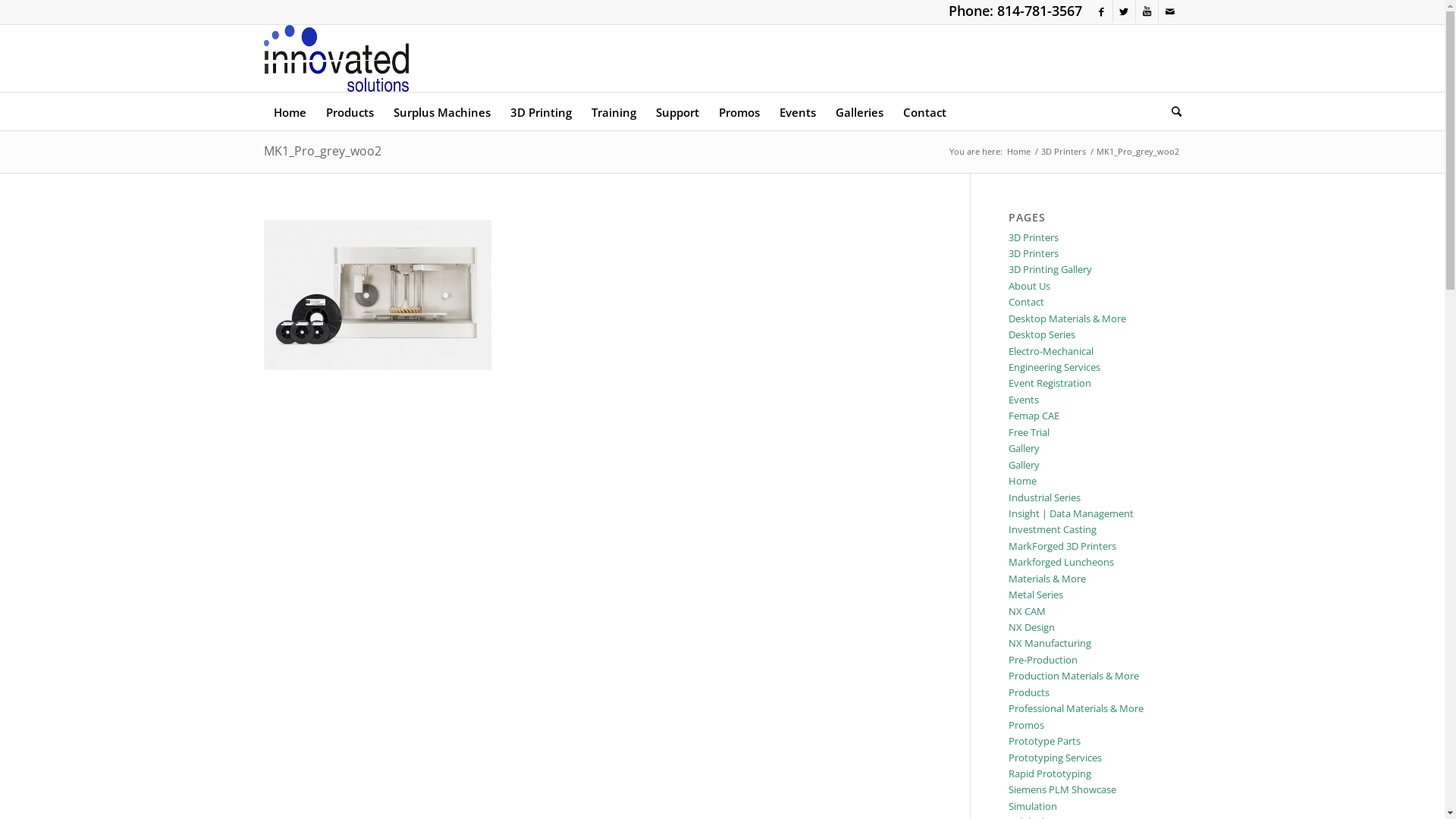 Image resolution: width=1456 pixels, height=819 pixels. I want to click on 'Free Trial', so click(1029, 432).